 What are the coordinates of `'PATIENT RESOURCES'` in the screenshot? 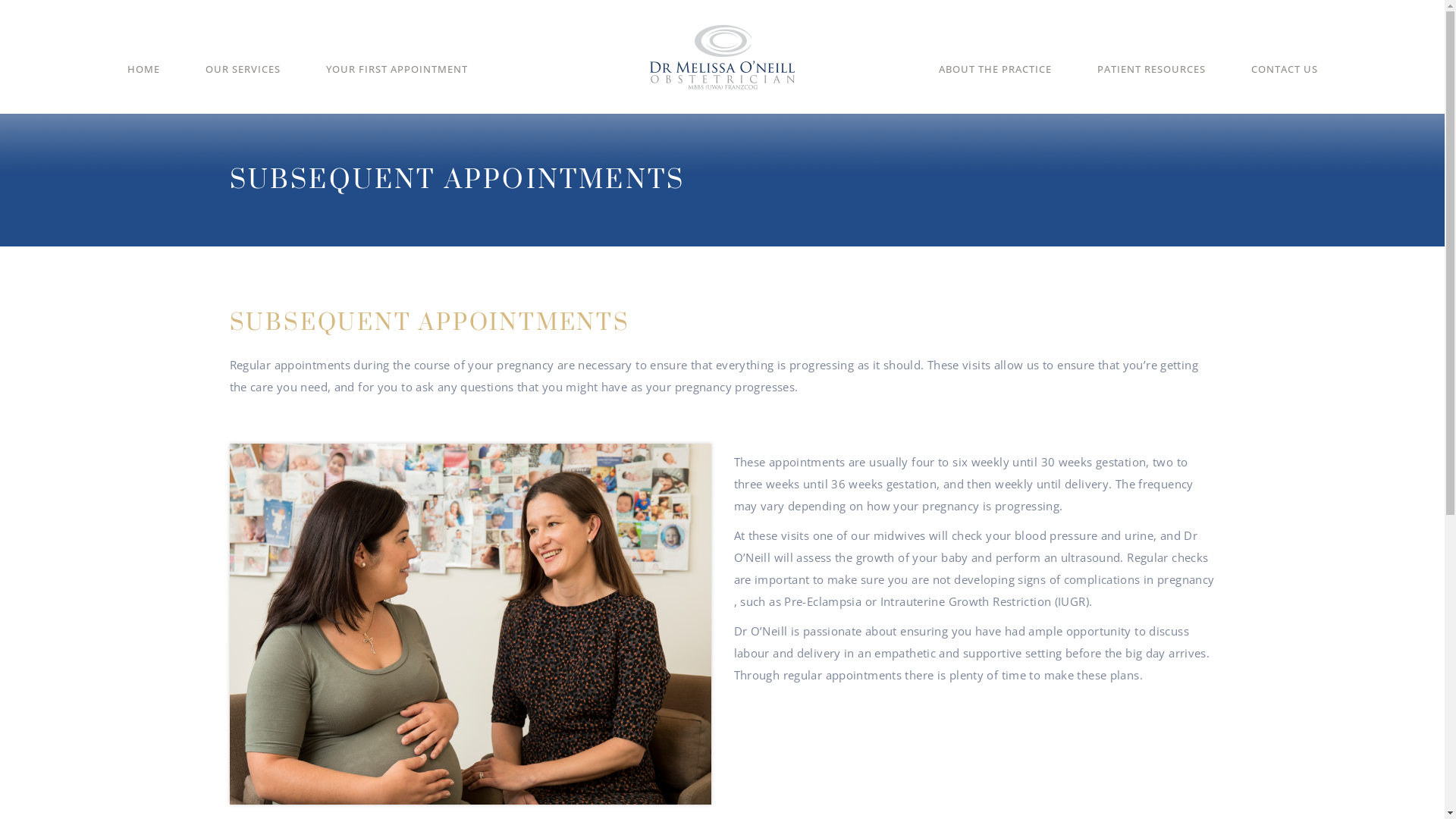 It's located at (1096, 80).